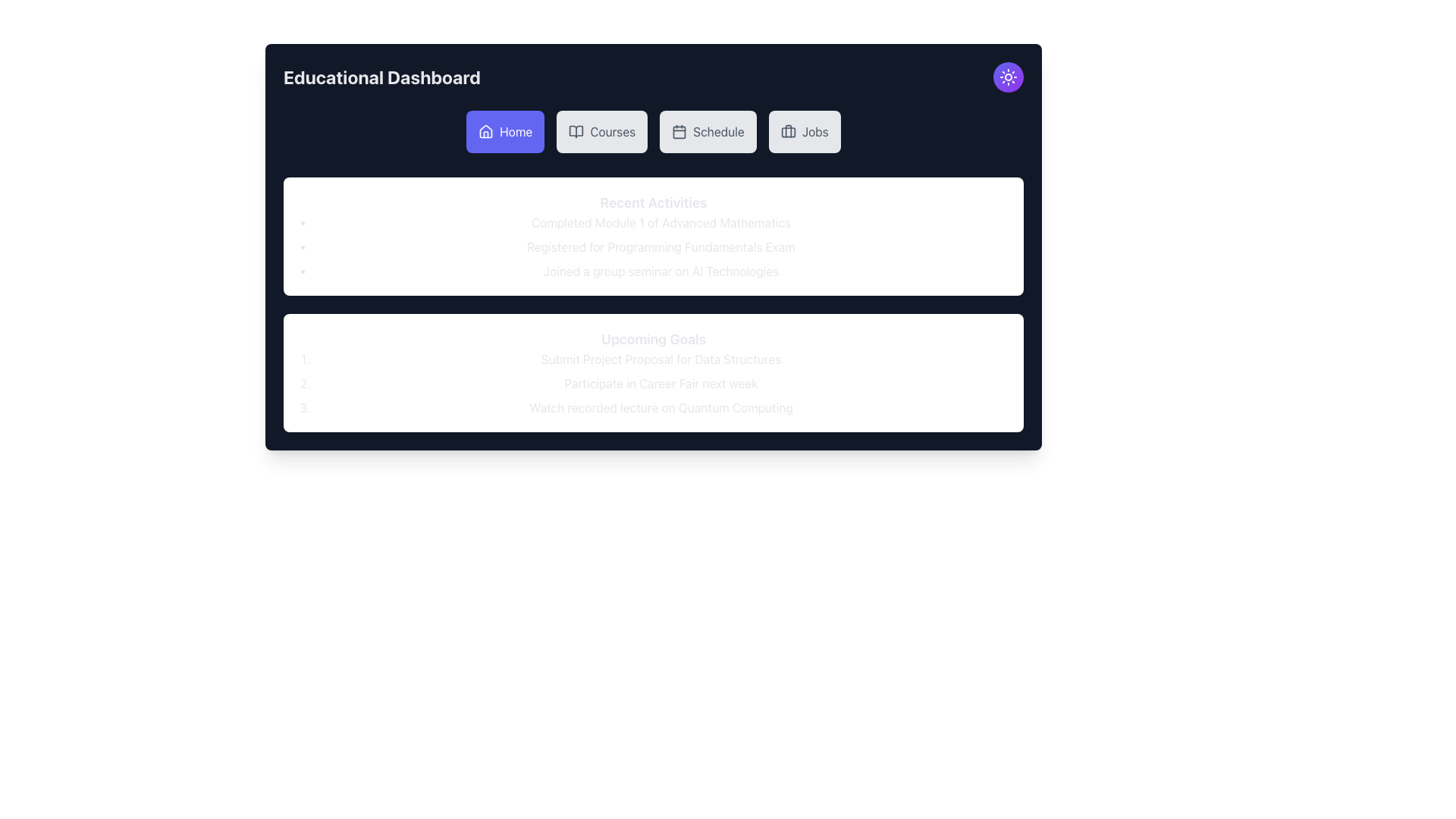 The width and height of the screenshot is (1456, 819). I want to click on the 'Home' navigation link text label within the purple rectangular button that is the first in the series of navigation buttons, so click(516, 130).